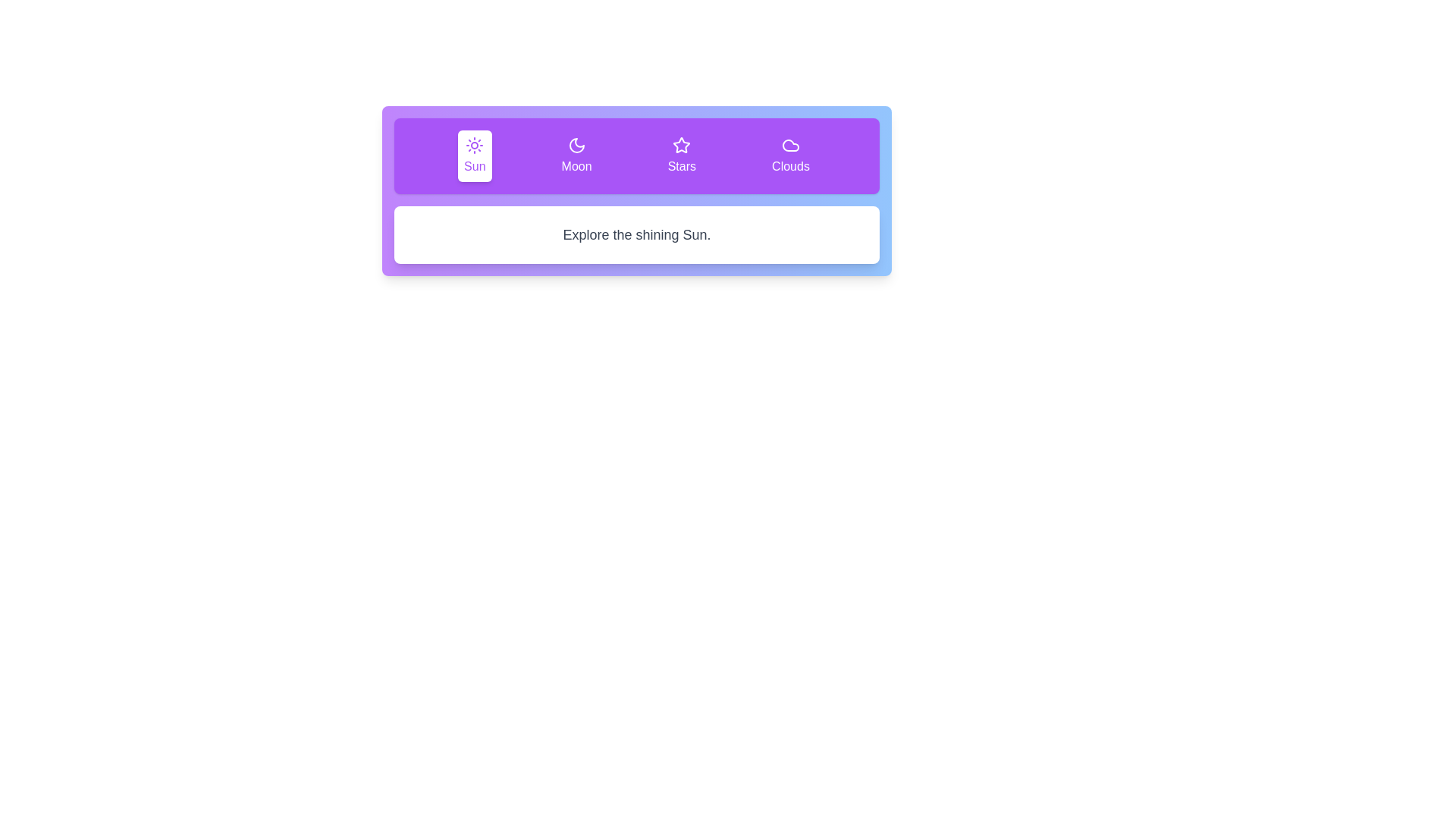 Image resolution: width=1456 pixels, height=819 pixels. What do you see at coordinates (681, 155) in the screenshot?
I see `the 'Stars' button, which features a star icon above the label 'Stars' on a purple background` at bounding box center [681, 155].